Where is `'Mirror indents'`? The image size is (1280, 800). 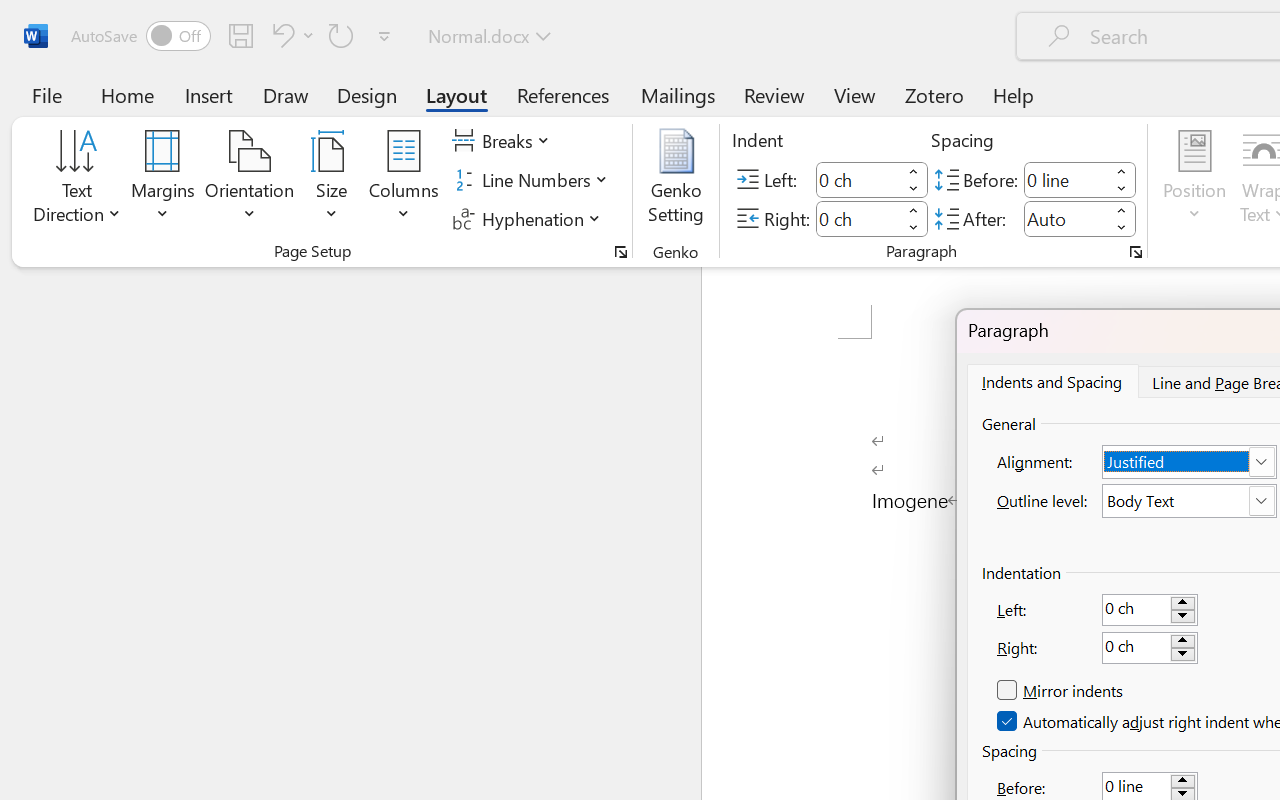
'Mirror indents' is located at coordinates (1060, 691).